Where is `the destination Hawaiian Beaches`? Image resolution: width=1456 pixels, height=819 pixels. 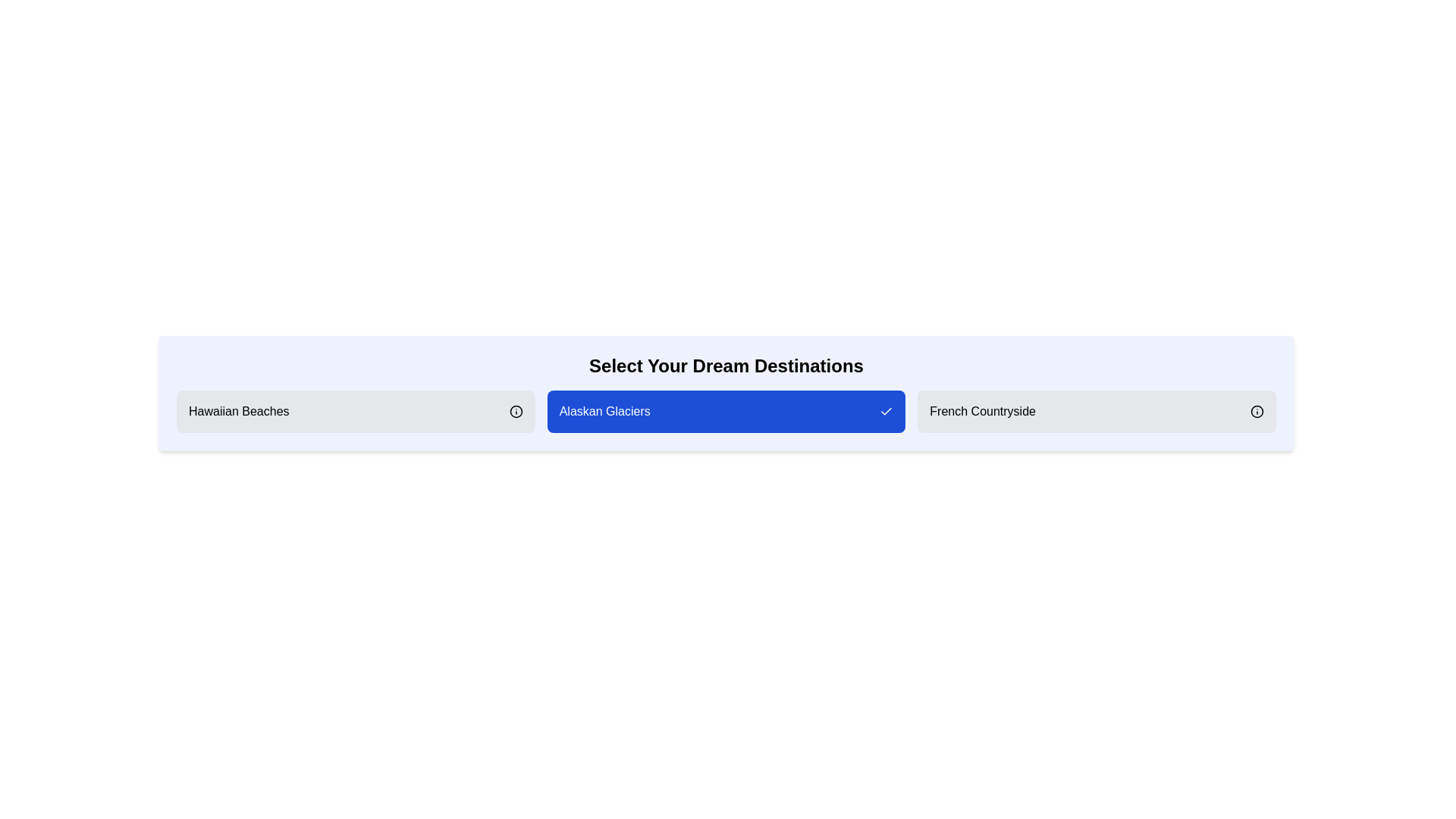
the destination Hawaiian Beaches is located at coordinates (355, 412).